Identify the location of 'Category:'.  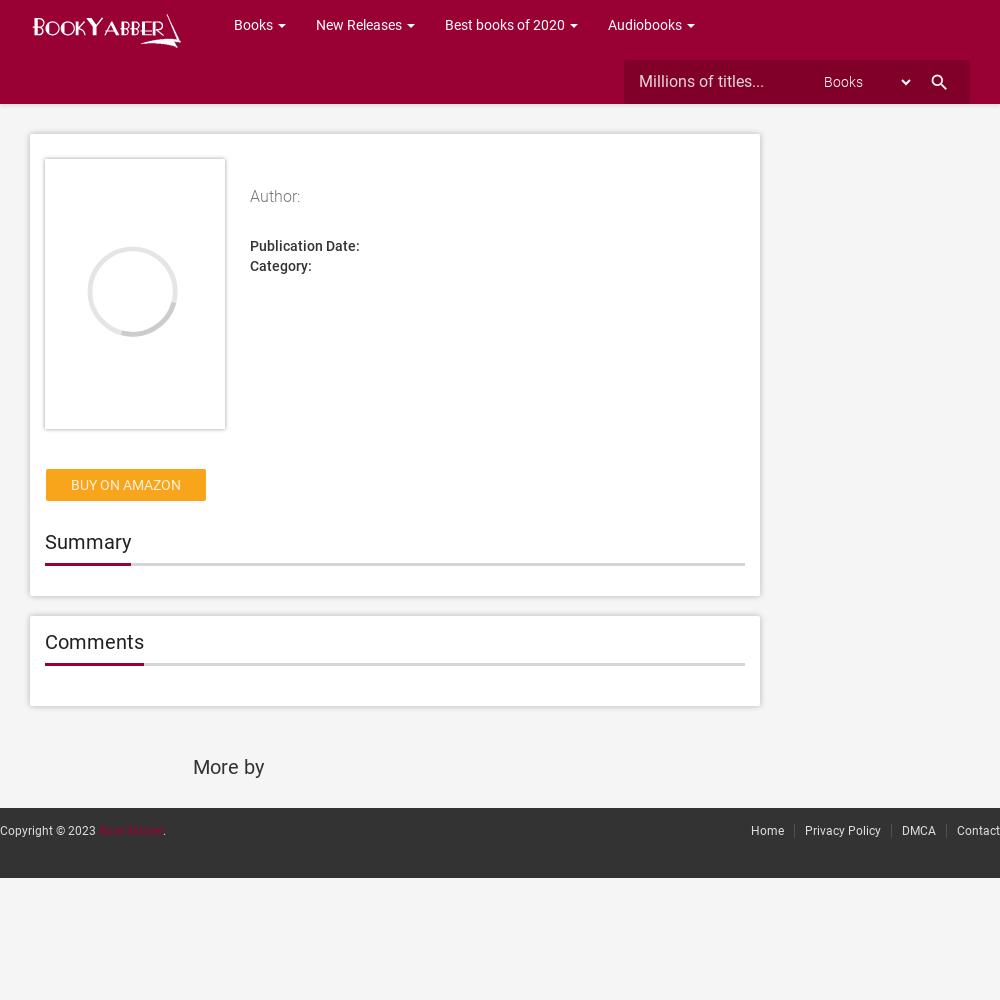
(281, 265).